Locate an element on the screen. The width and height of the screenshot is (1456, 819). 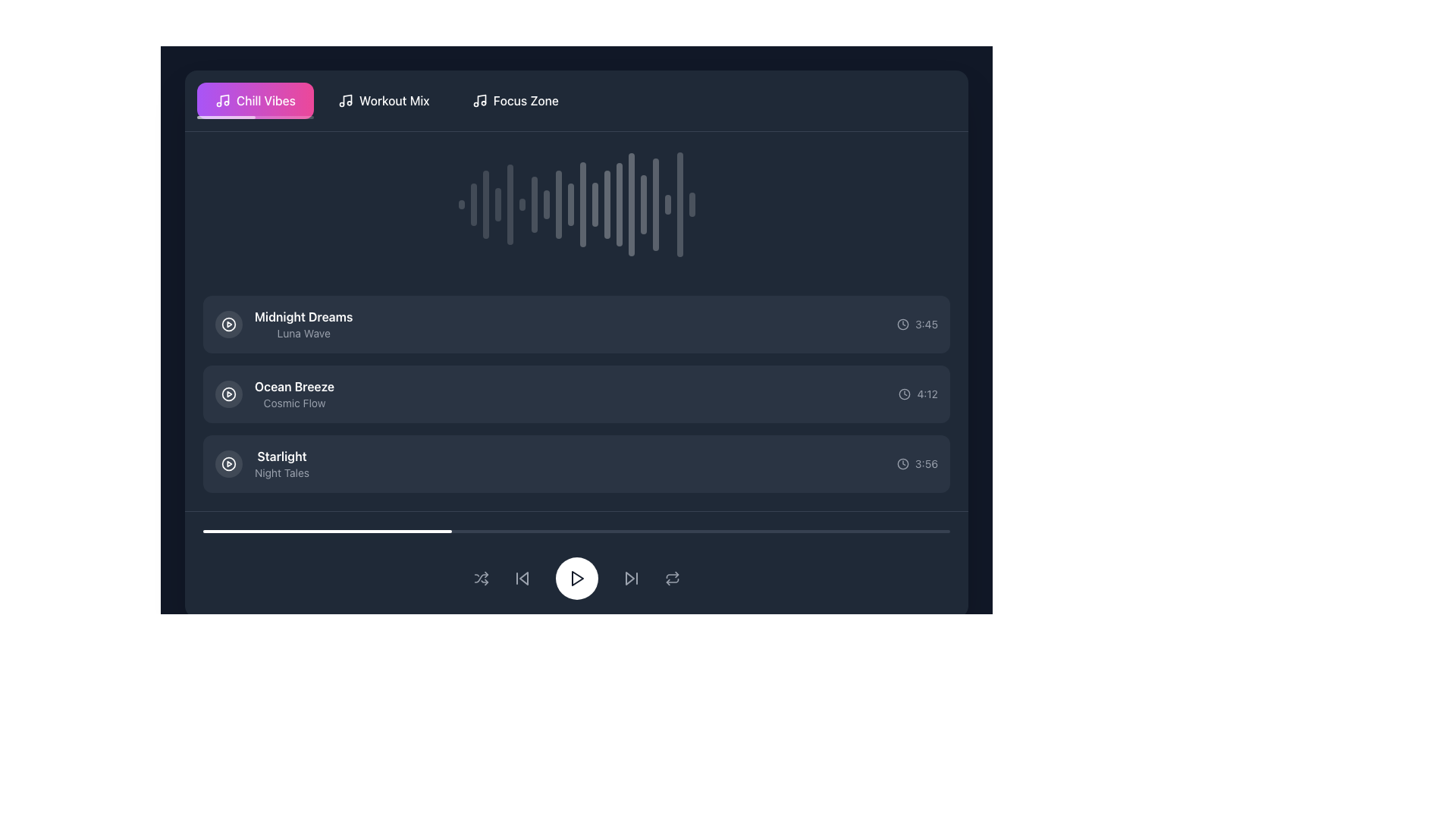
the music note icon located in the navigation section next to the 'Focus Zone' text is located at coordinates (479, 100).